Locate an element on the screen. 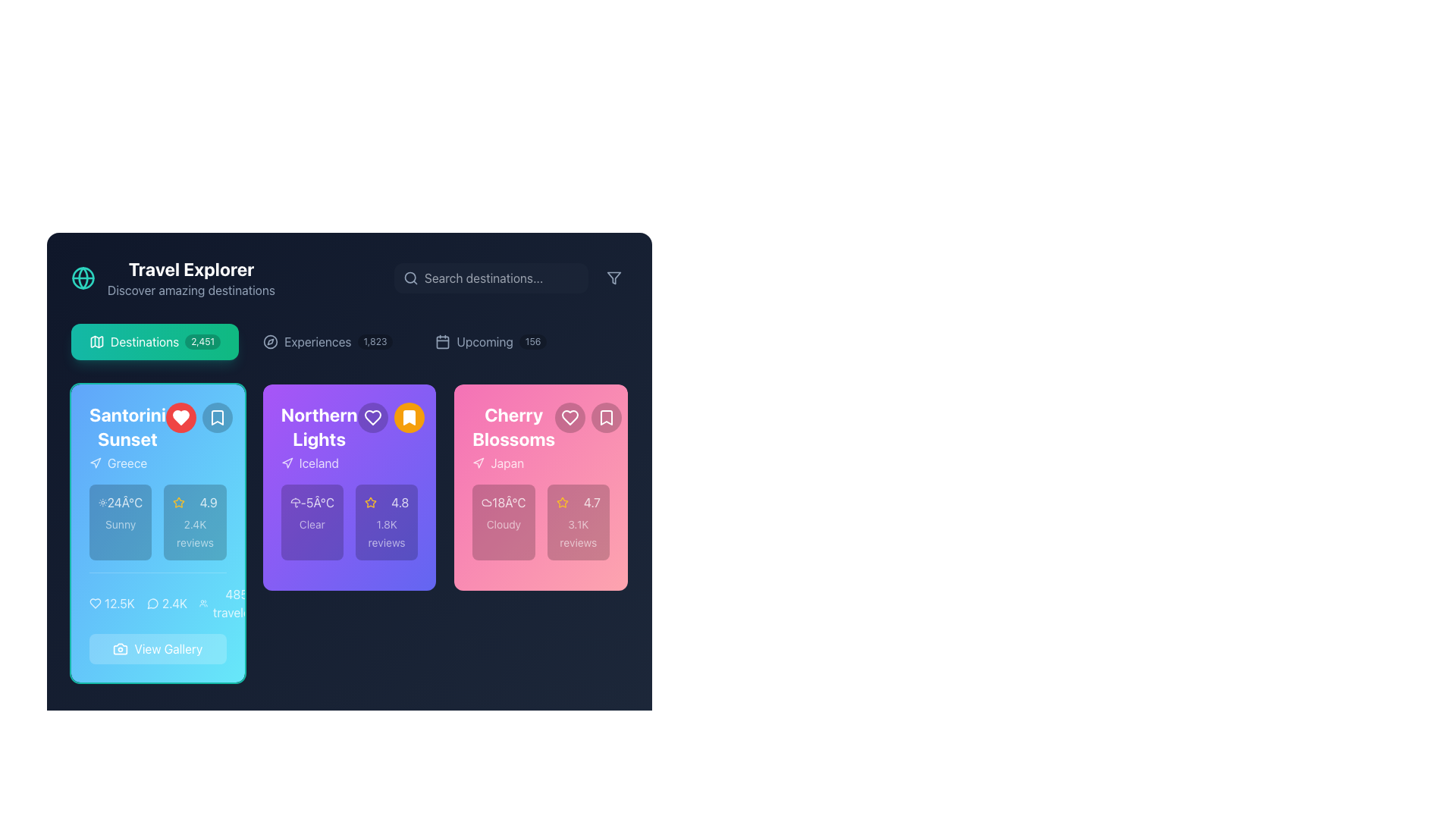  temperature displayed in the text label located in the 'Santorini Sunset' card under the 'Travel Explorer' header, near the sun weather icon is located at coordinates (124, 503).